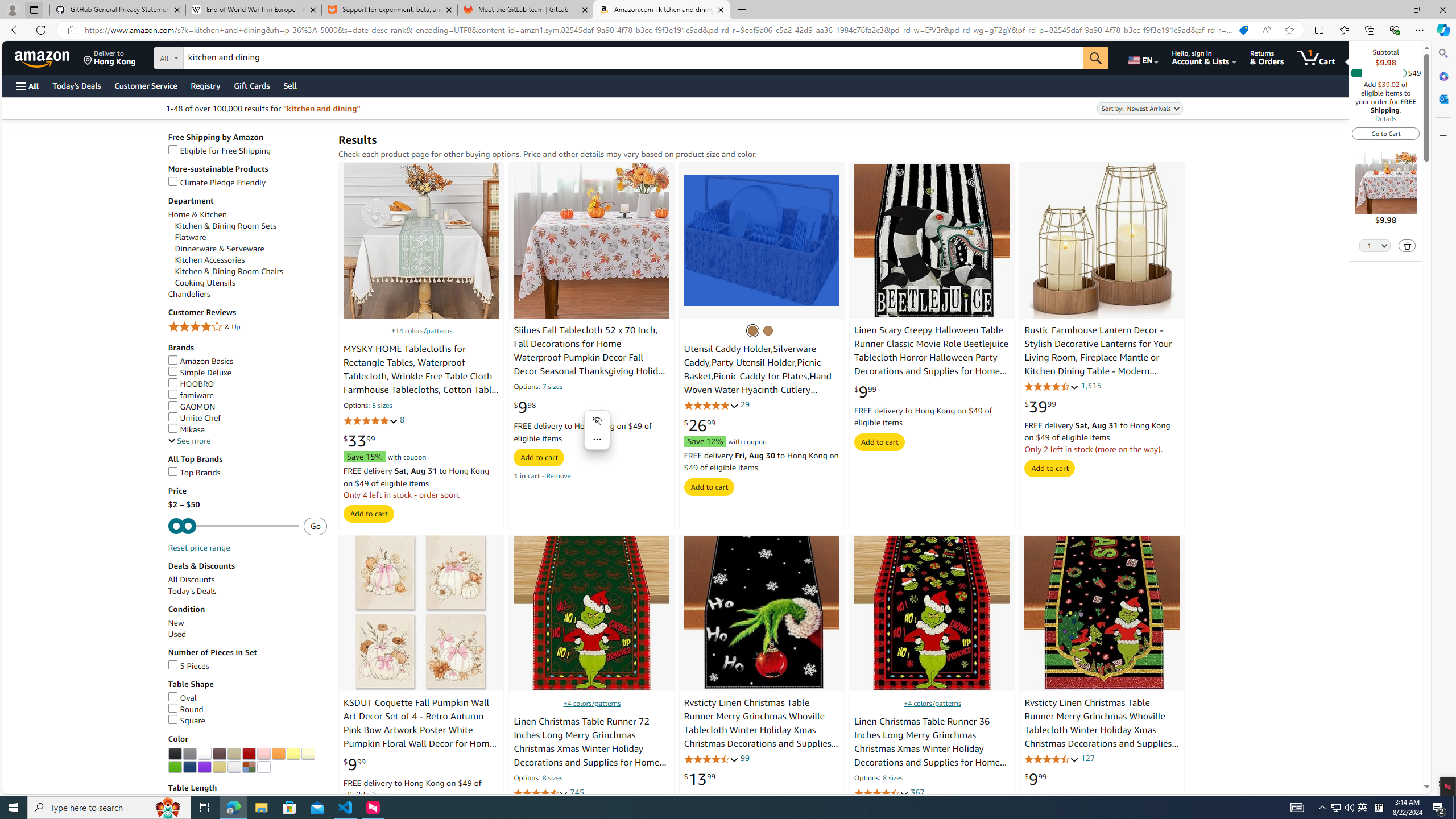 Image resolution: width=1456 pixels, height=819 pixels. Describe the element at coordinates (146, 85) in the screenshot. I see `'Customer Service'` at that location.